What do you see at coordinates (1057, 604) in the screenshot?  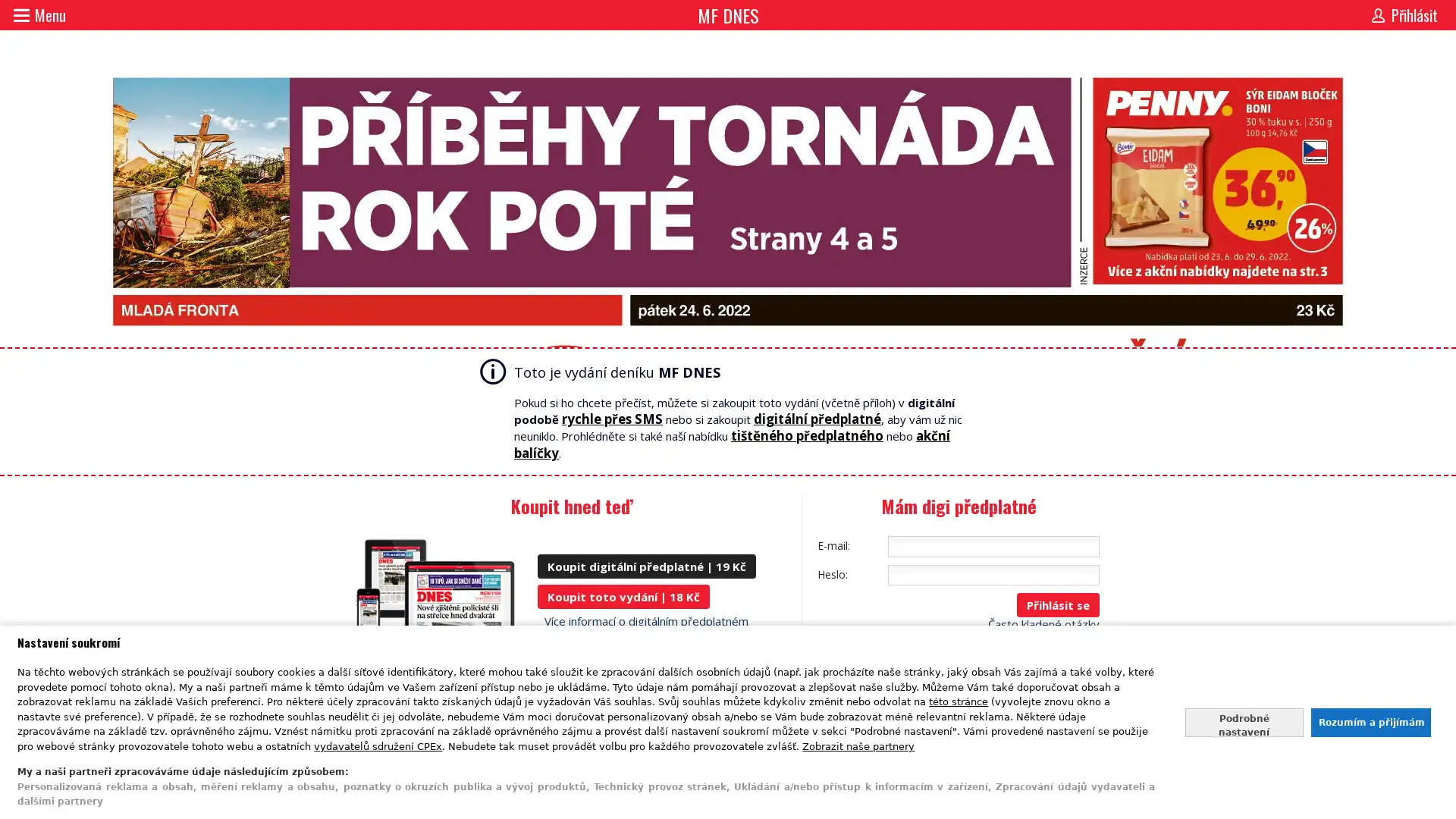 I see `Prihlasit se` at bounding box center [1057, 604].